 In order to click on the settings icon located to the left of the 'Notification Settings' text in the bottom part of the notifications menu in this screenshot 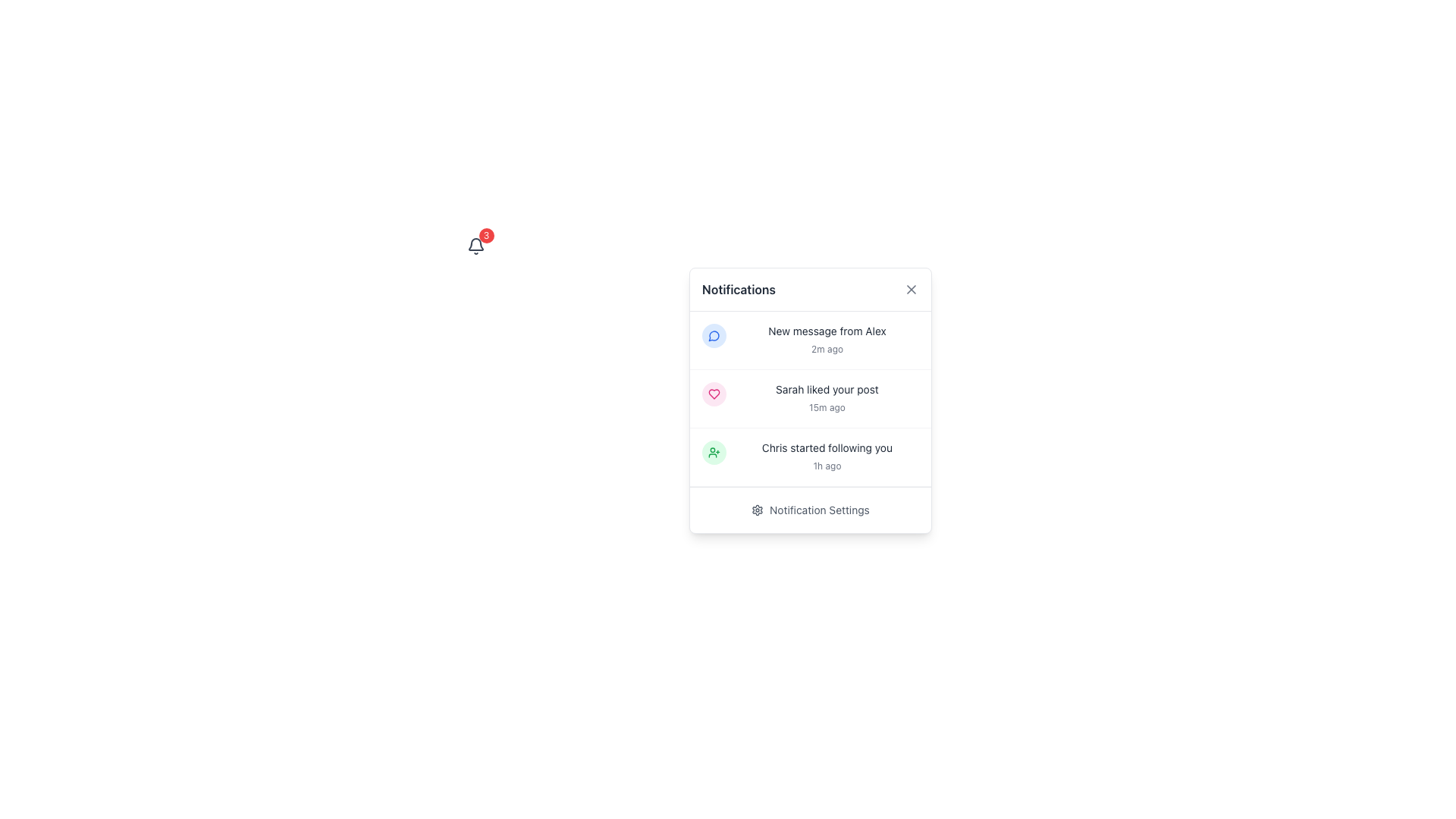, I will do `click(758, 510)`.